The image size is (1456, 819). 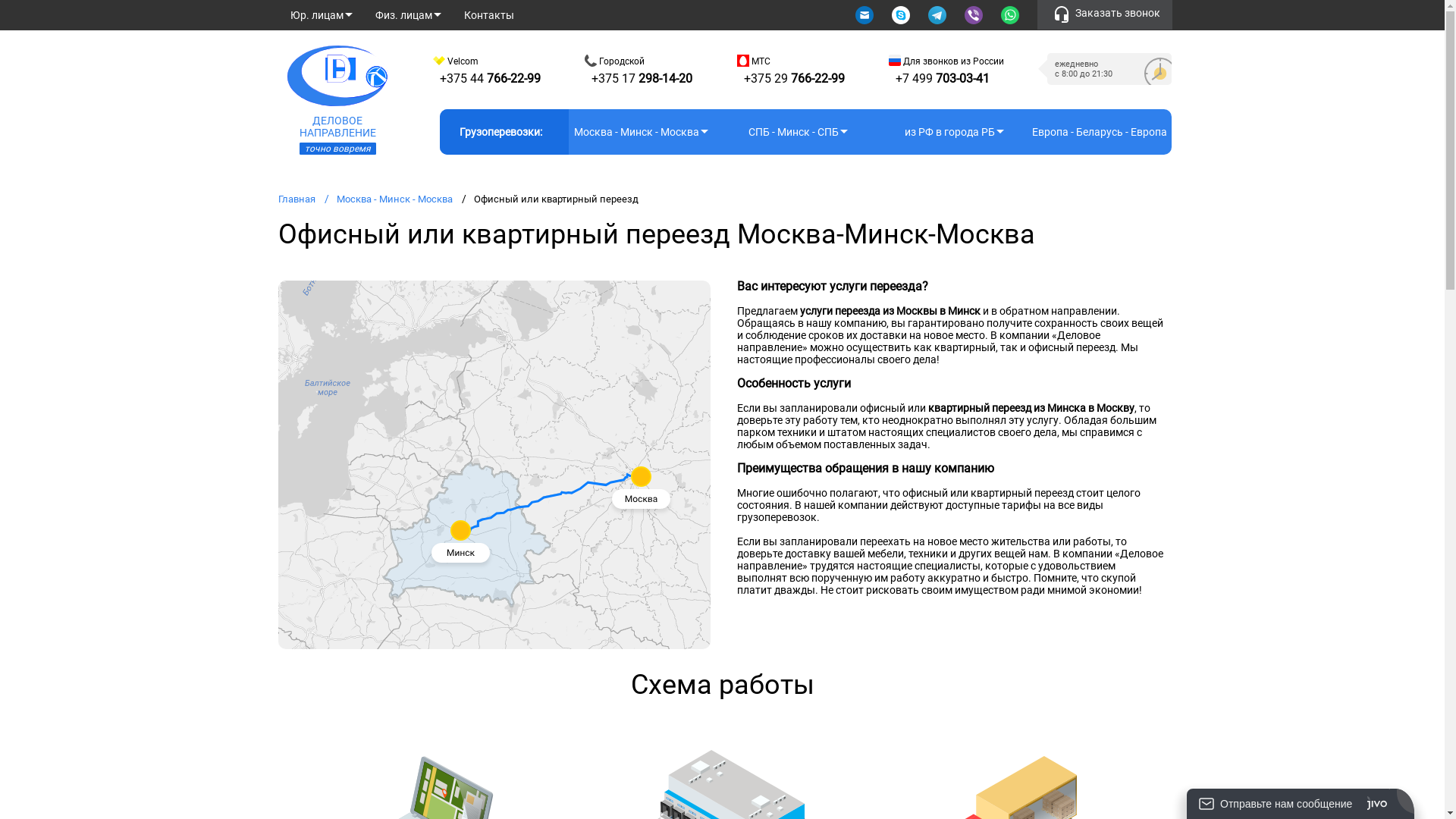 What do you see at coordinates (792, 78) in the screenshot?
I see `'+375 29 766-22-99'` at bounding box center [792, 78].